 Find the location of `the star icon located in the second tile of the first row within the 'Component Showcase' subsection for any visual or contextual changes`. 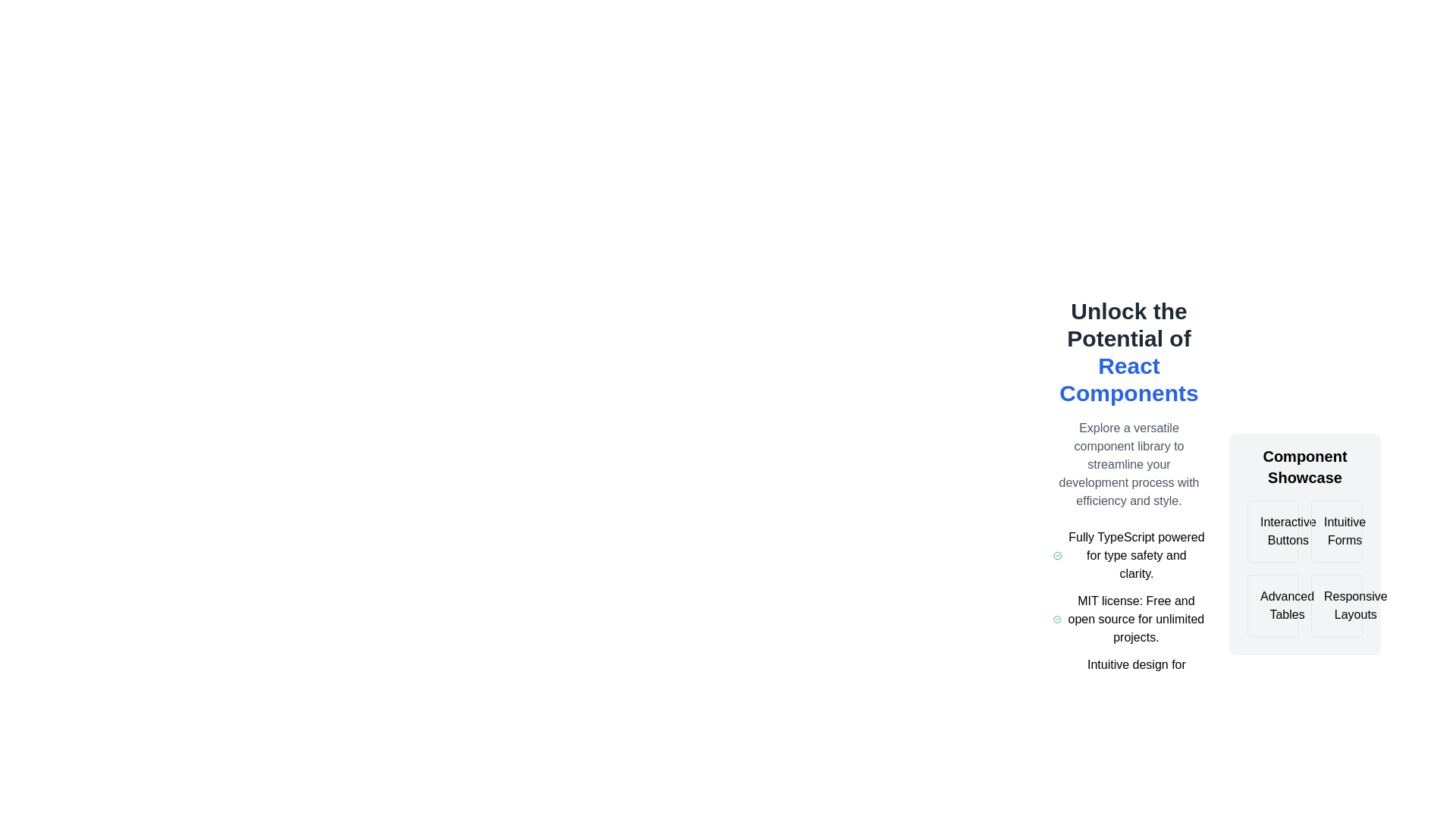

the star icon located in the second tile of the first row within the 'Component Showcase' subsection for any visual or contextual changes is located at coordinates (1324, 530).